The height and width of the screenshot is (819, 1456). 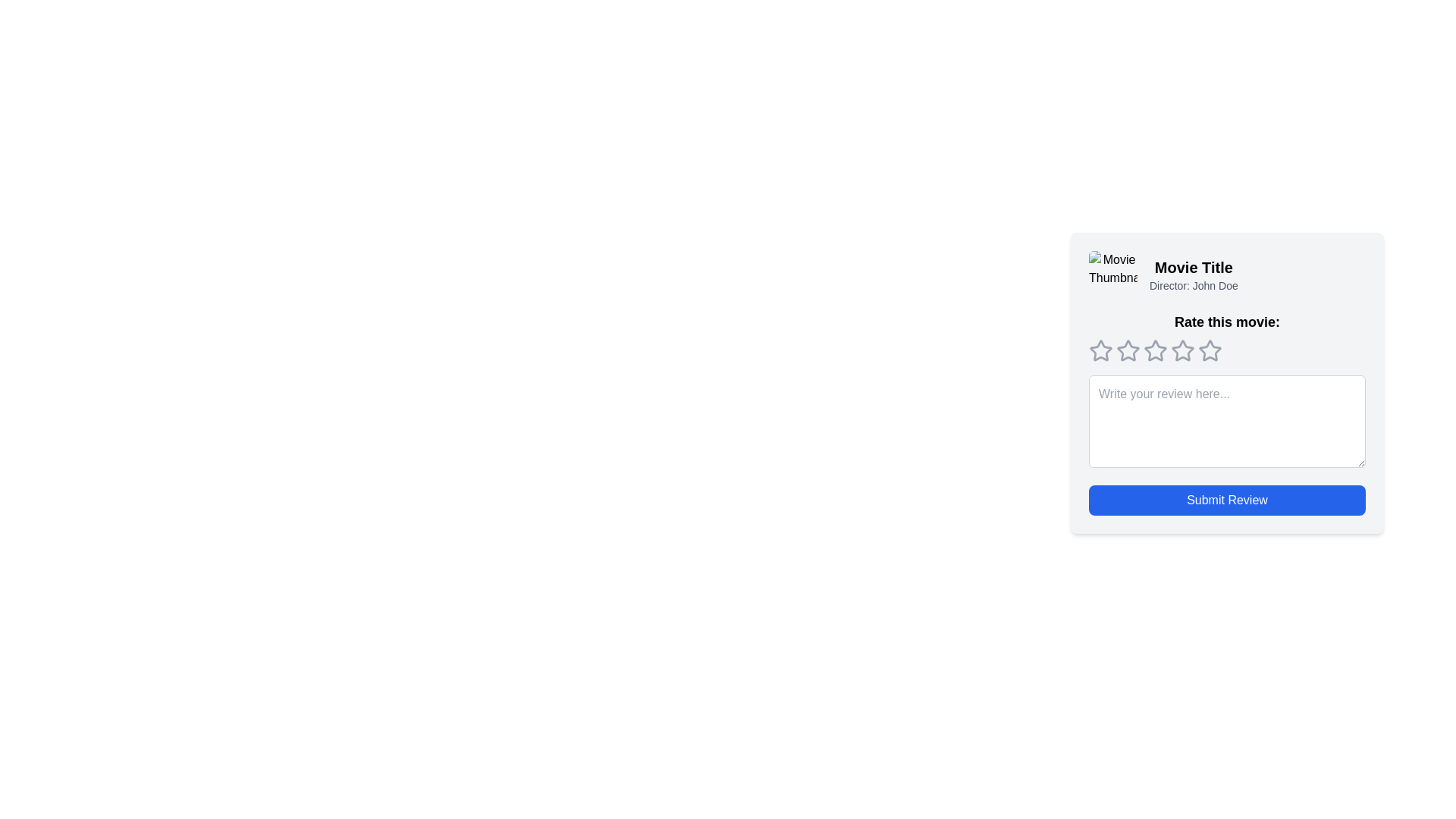 What do you see at coordinates (1210, 350) in the screenshot?
I see `the fourth rating star in the SVG format, which is part of a five-tier rating system for a movie, located below the 'Rate this movie:' text` at bounding box center [1210, 350].